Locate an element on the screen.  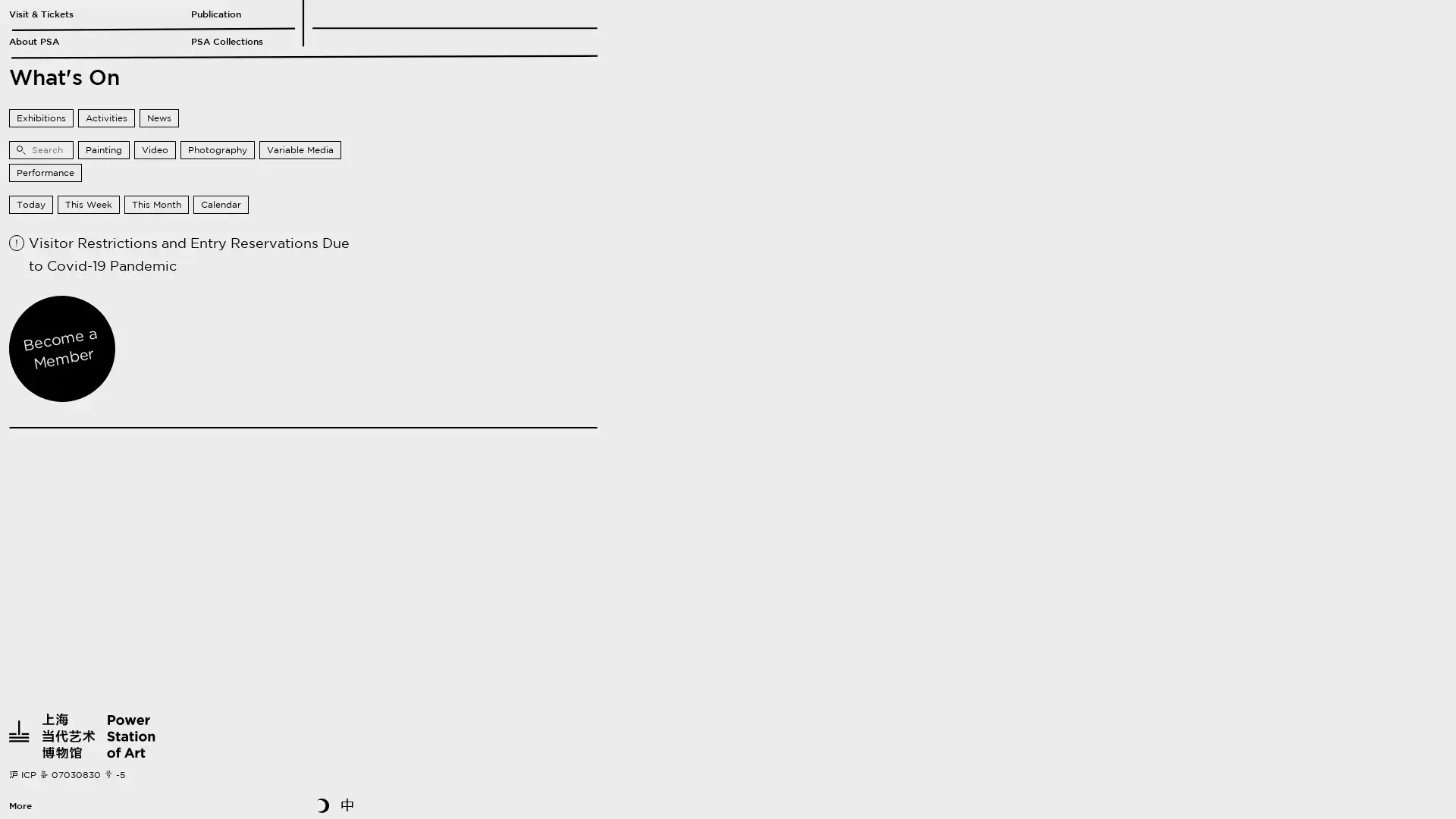
Today is located at coordinates (31, 205).